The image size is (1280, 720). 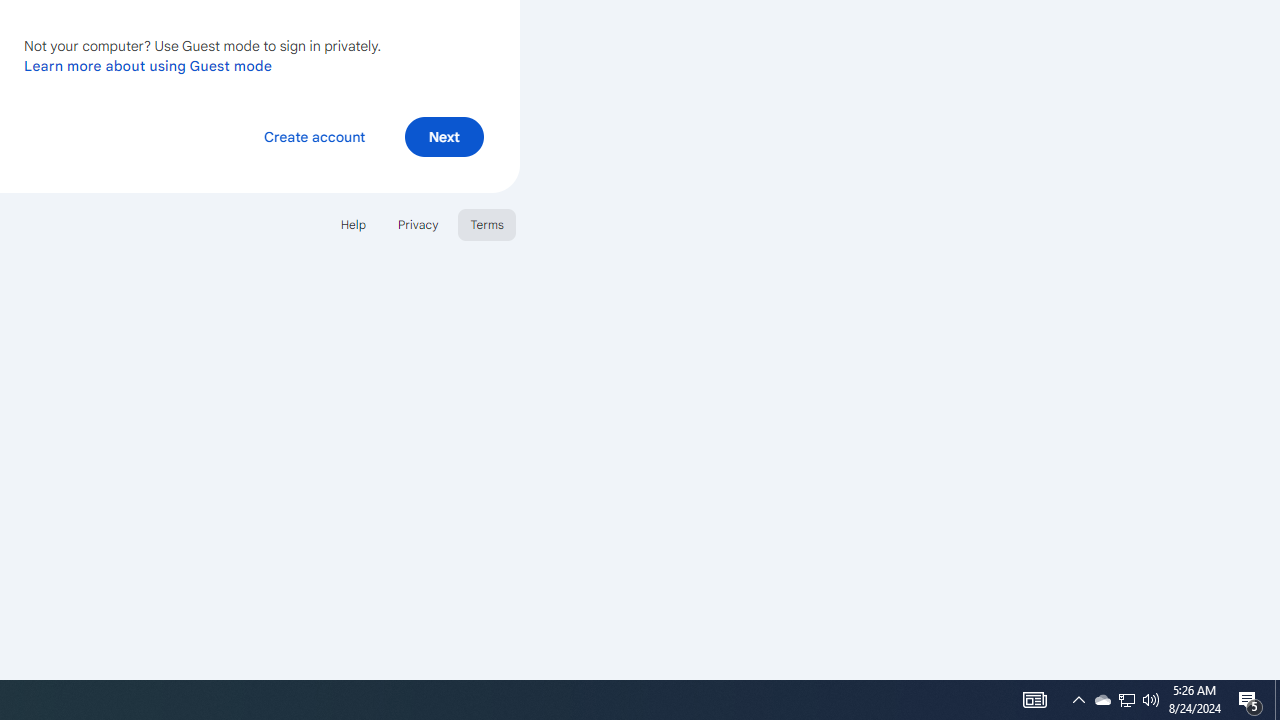 What do you see at coordinates (352, 224) in the screenshot?
I see `'Help'` at bounding box center [352, 224].